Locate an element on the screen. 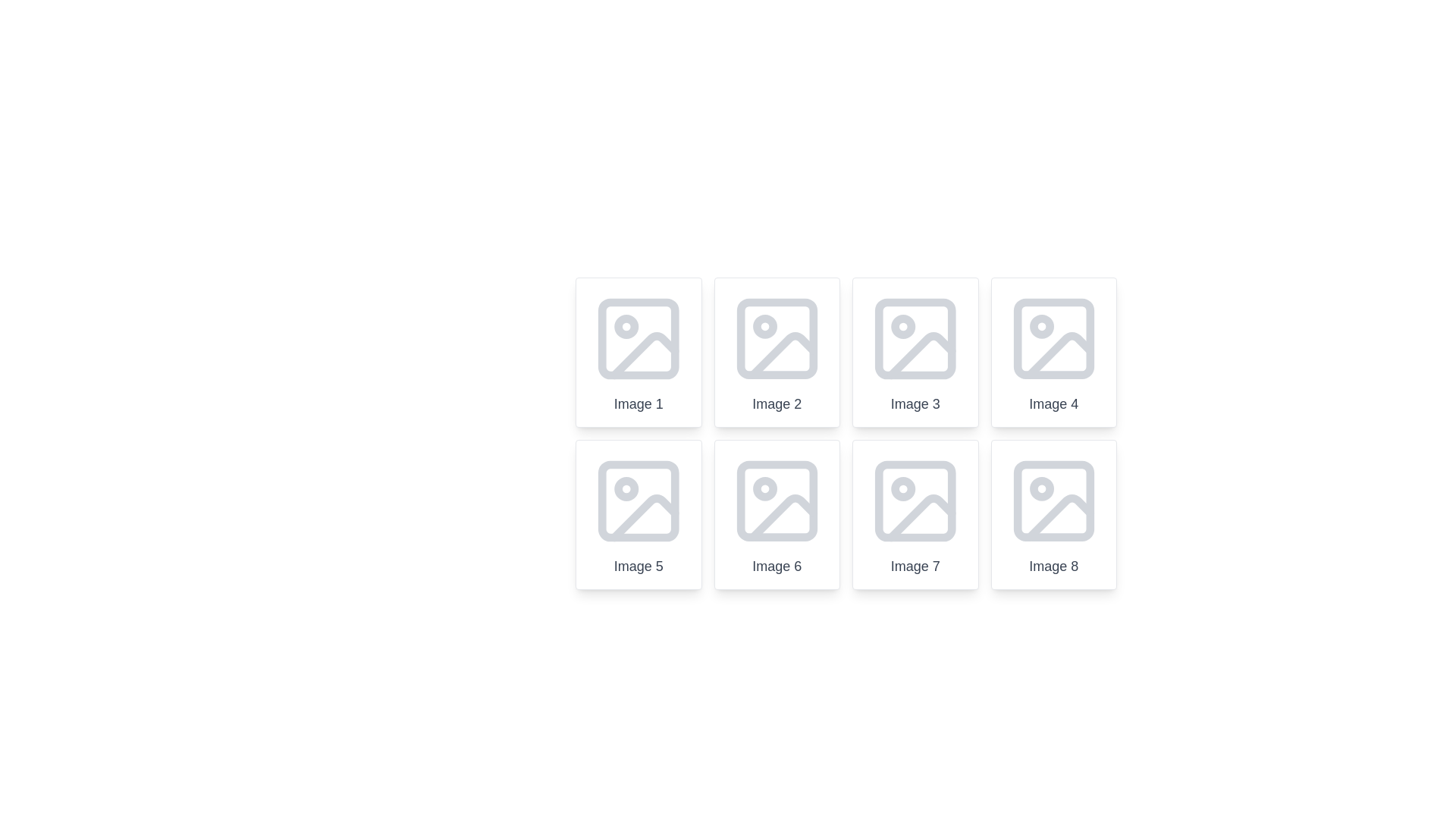 The width and height of the screenshot is (1456, 819). the selectable card located in the fourth column of the second row in the grid layout is located at coordinates (1053, 513).